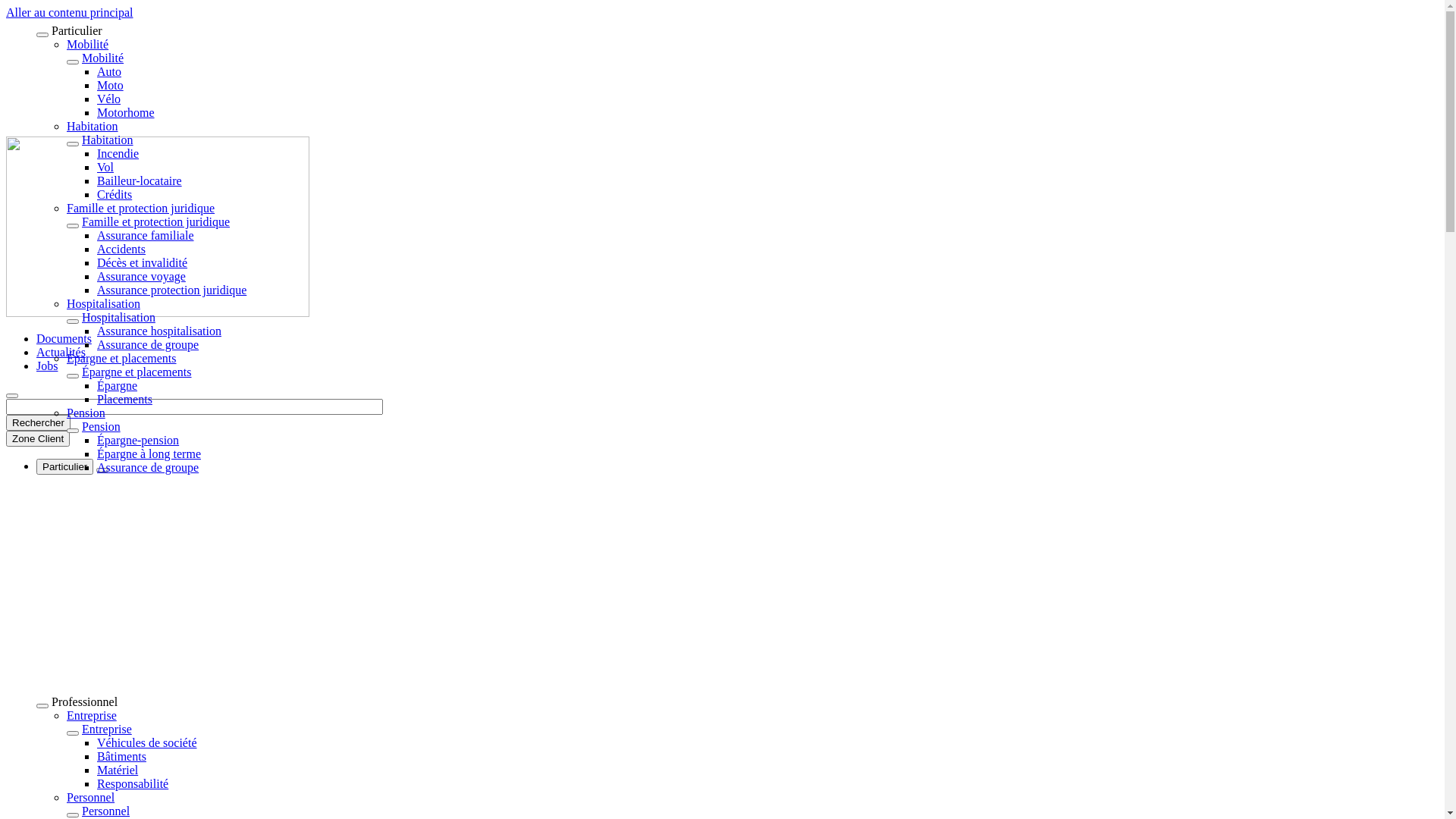 The width and height of the screenshot is (1456, 819). What do you see at coordinates (108, 71) in the screenshot?
I see `'Auto'` at bounding box center [108, 71].